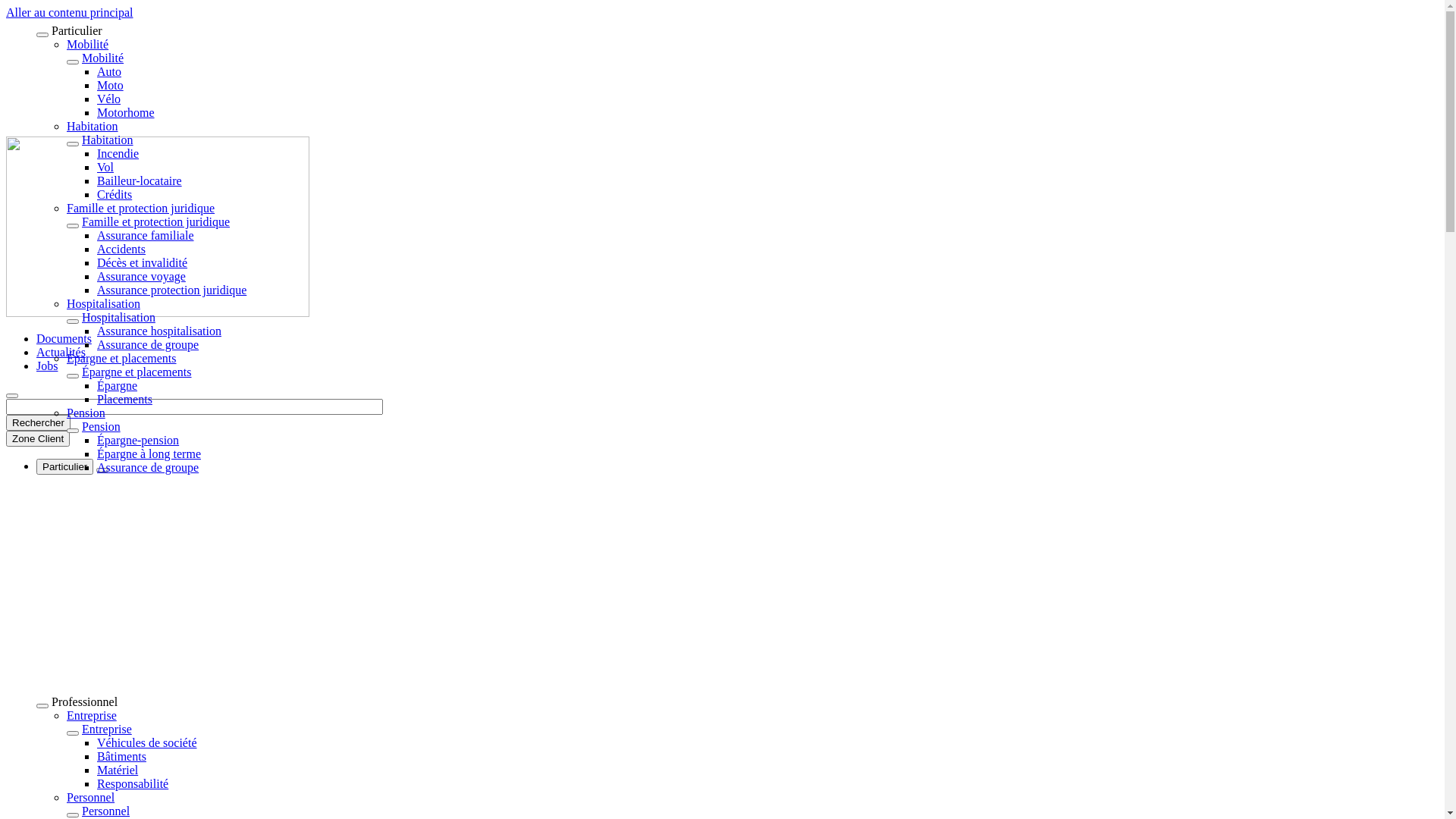 The width and height of the screenshot is (1456, 819). What do you see at coordinates (108, 71) in the screenshot?
I see `'Auto'` at bounding box center [108, 71].